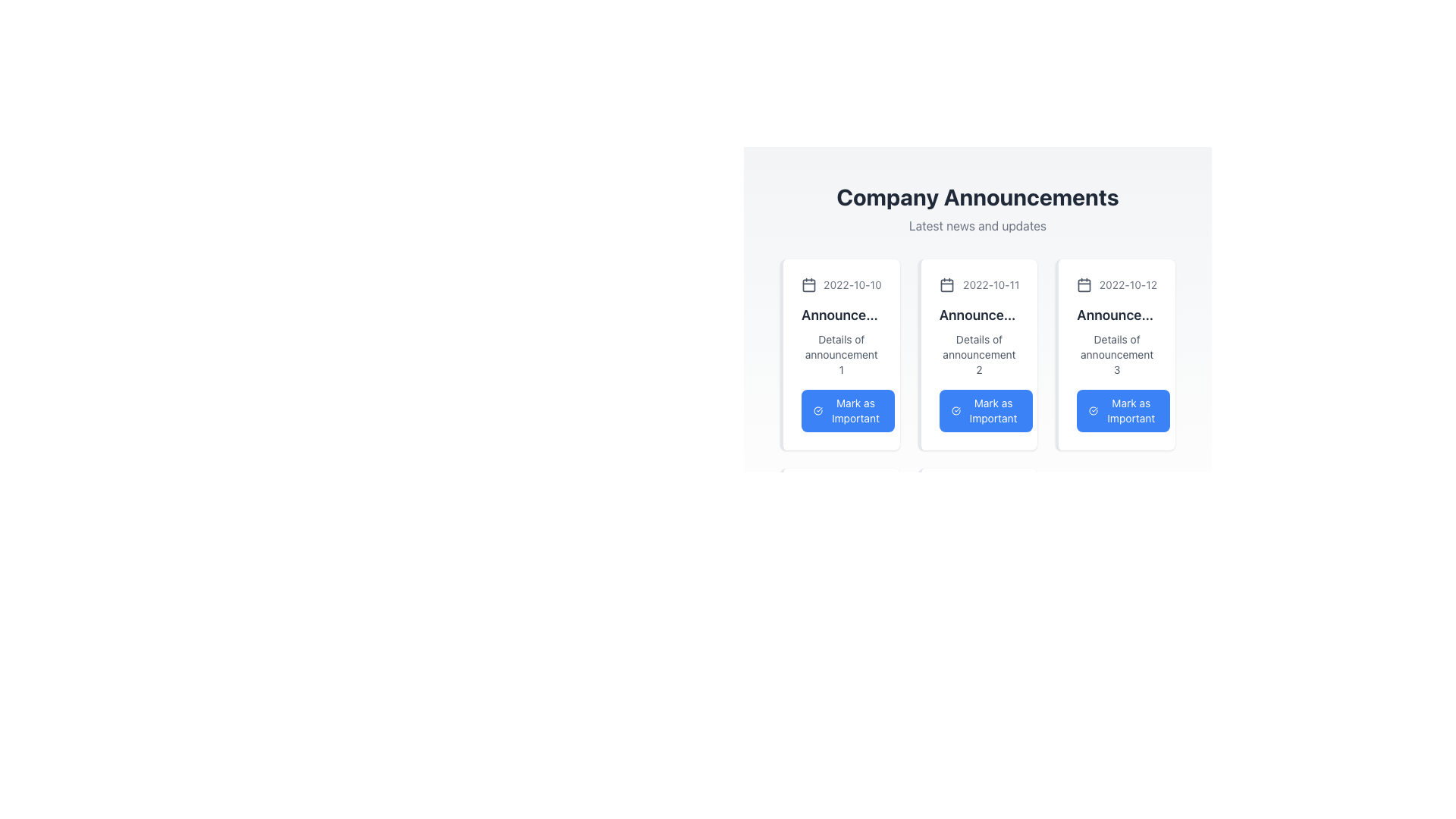 Image resolution: width=1456 pixels, height=819 pixels. What do you see at coordinates (1084, 285) in the screenshot?
I see `the clickable area of the calendar icon located at the top-left corner of the card displaying '2022-10-12'` at bounding box center [1084, 285].